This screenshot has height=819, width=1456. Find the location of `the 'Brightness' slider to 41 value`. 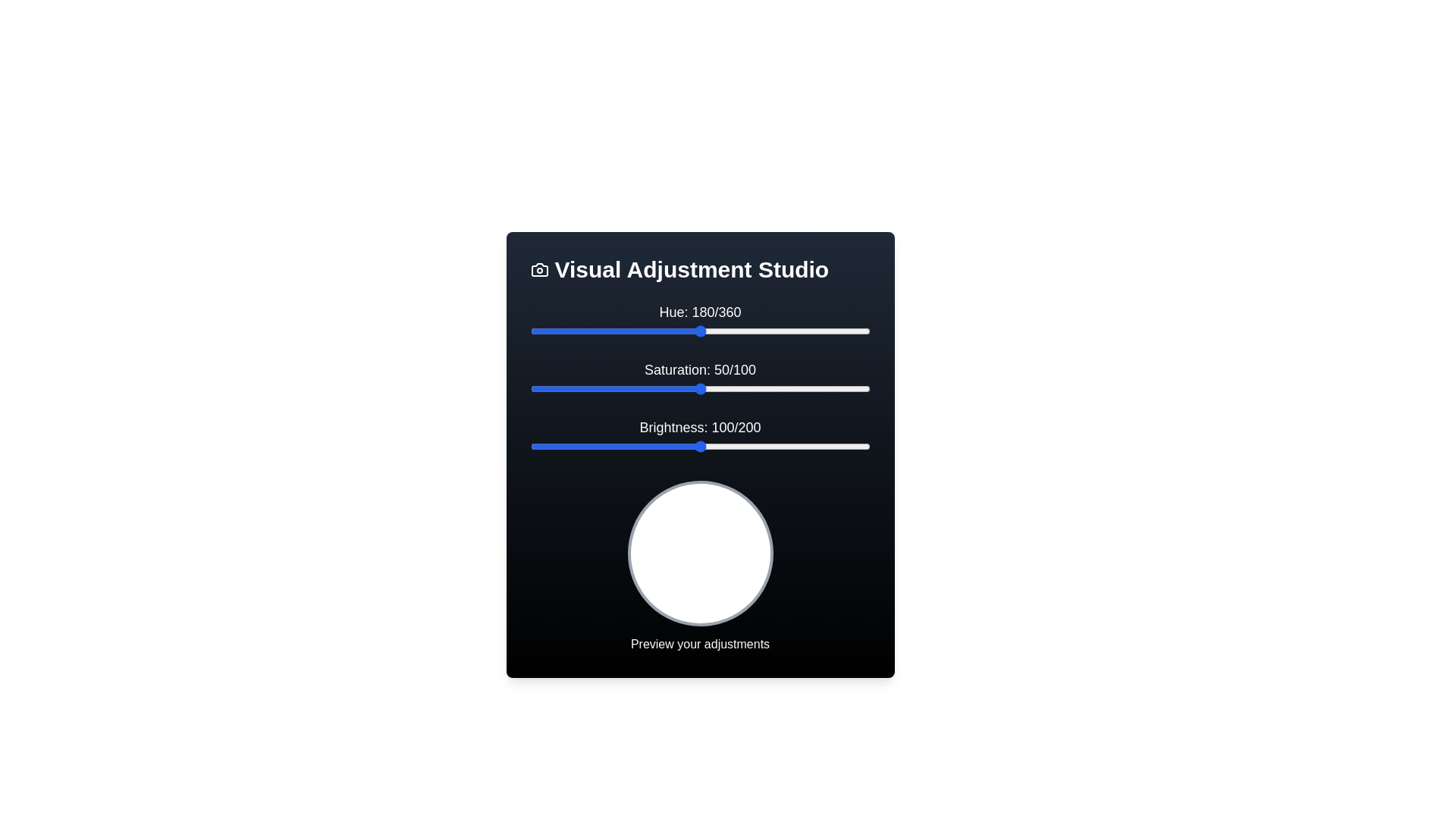

the 'Brightness' slider to 41 value is located at coordinates (599, 446).